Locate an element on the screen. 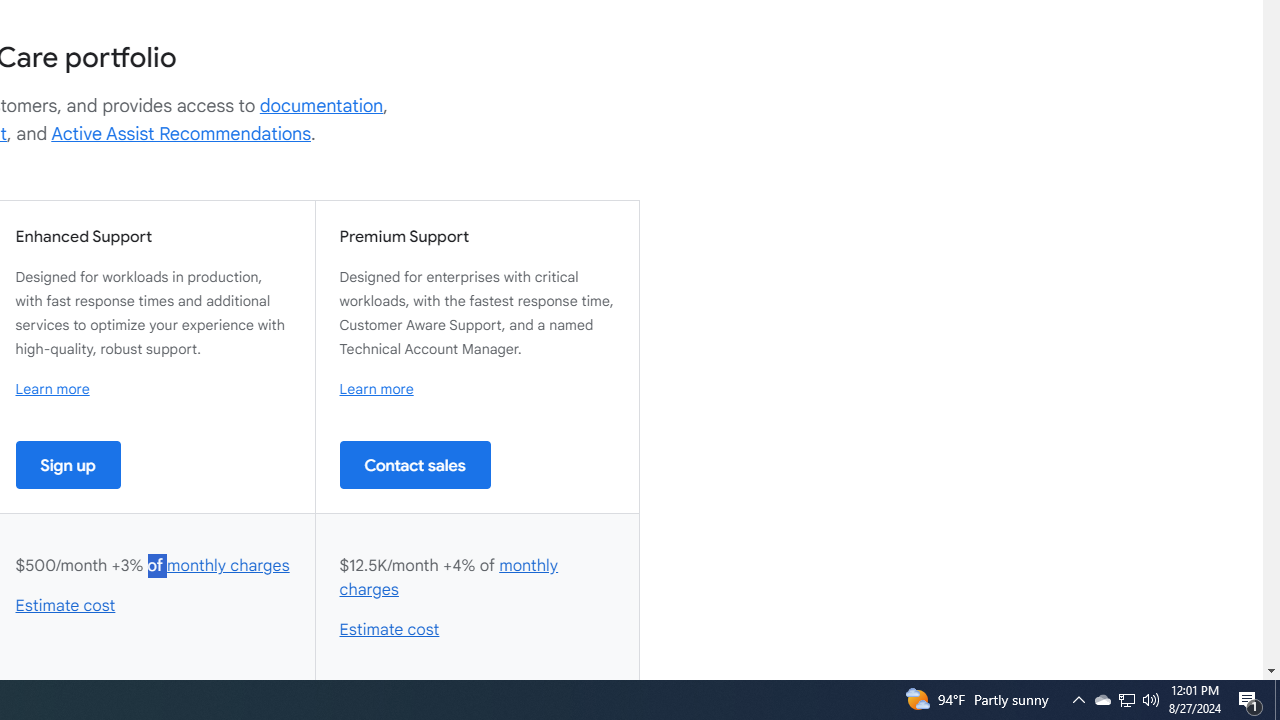 The image size is (1280, 720). 'Contact sales' is located at coordinates (414, 464).